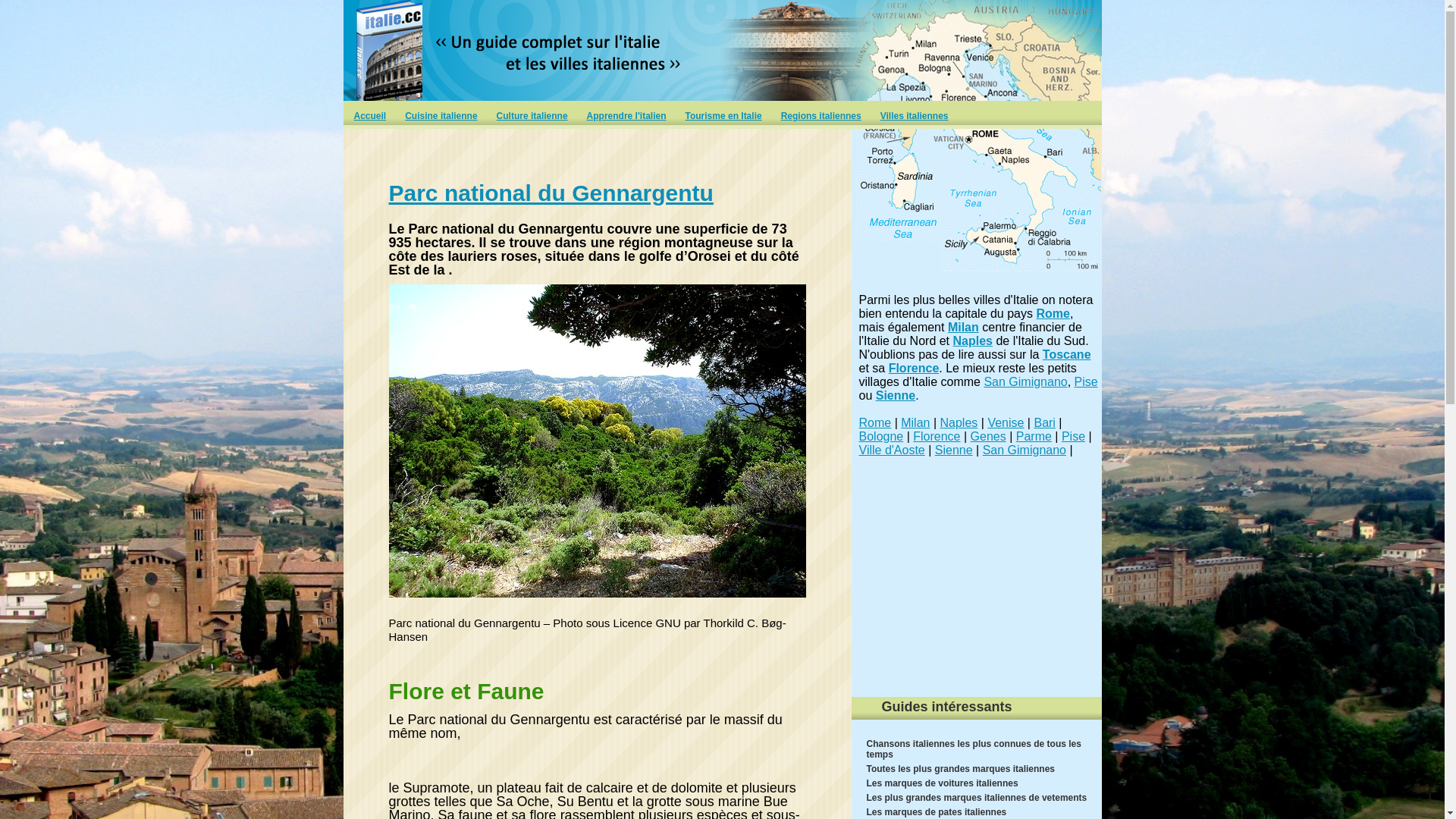  I want to click on 'Culture italienne', so click(532, 116).